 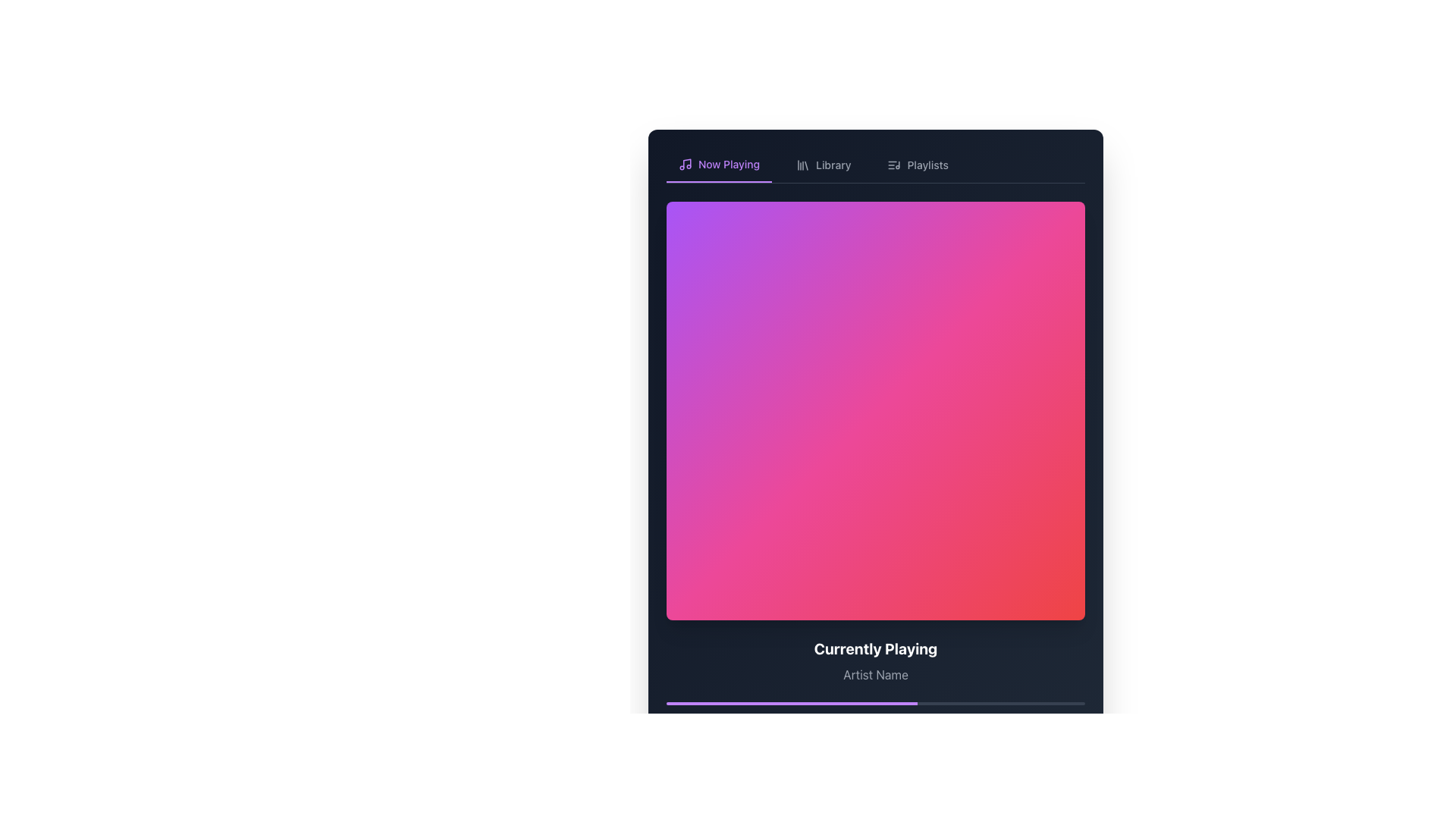 What do you see at coordinates (826, 806) in the screenshot?
I see `the filled portion of the progress bar located near the bottom of the interface, which represents the playback progress of the media player` at bounding box center [826, 806].